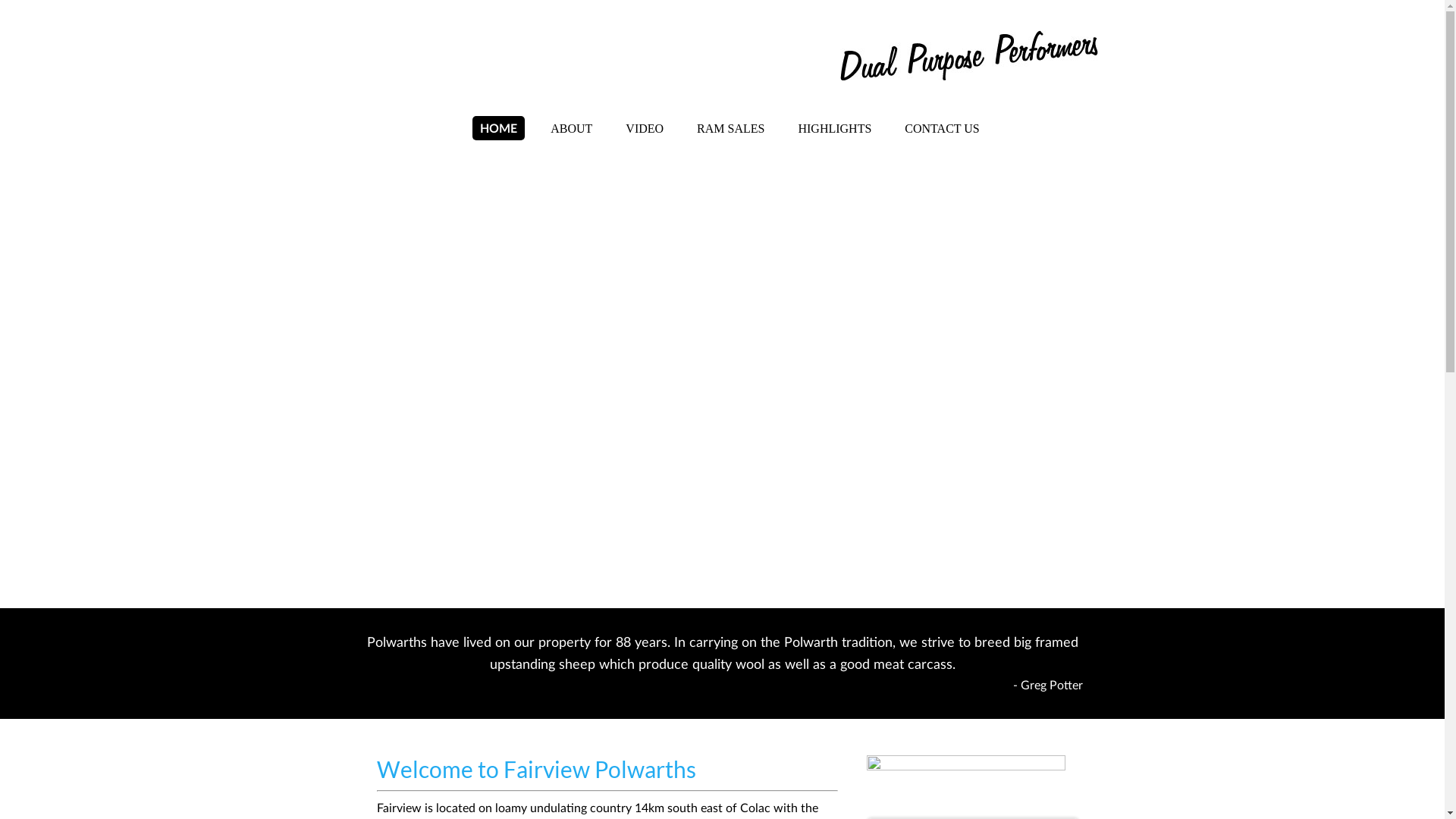 This screenshot has width=1456, height=819. What do you see at coordinates (472, 127) in the screenshot?
I see `'HOME'` at bounding box center [472, 127].